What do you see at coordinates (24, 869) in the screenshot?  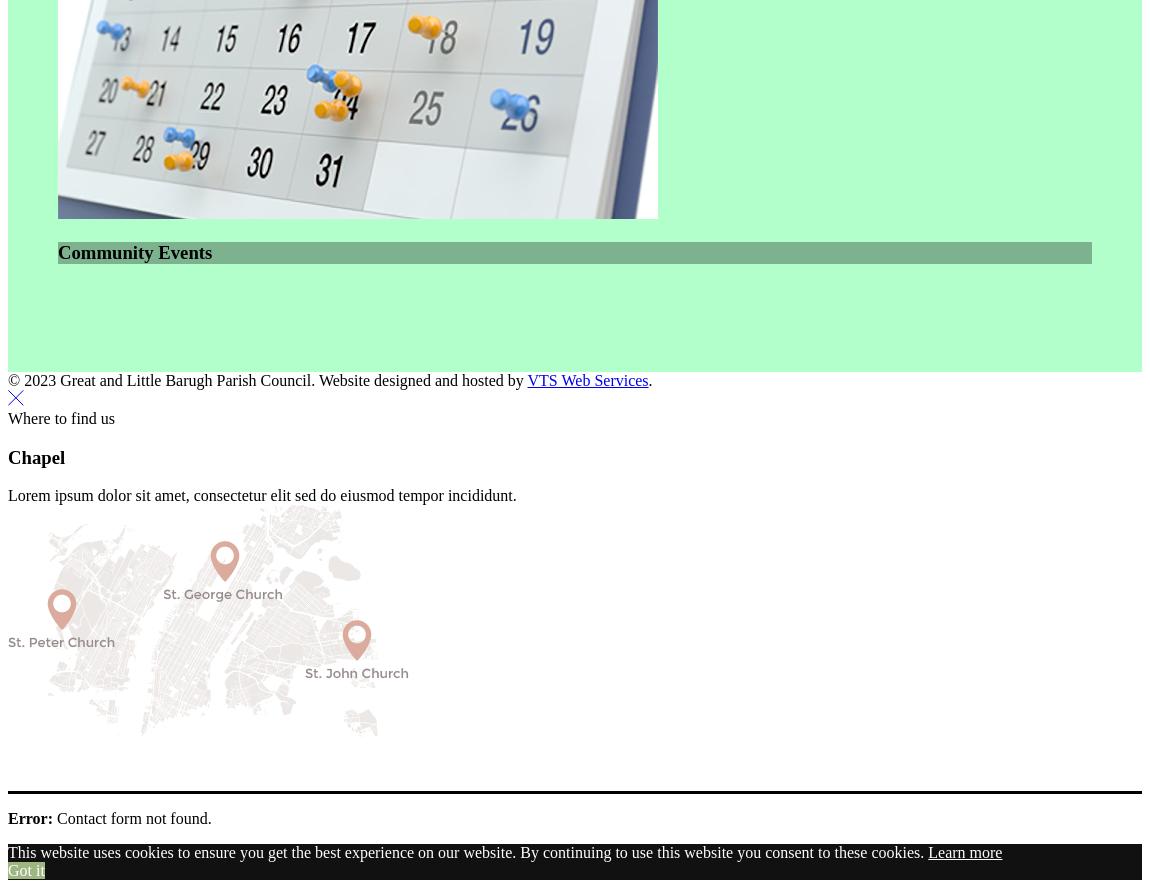 I see `'Got it'` at bounding box center [24, 869].